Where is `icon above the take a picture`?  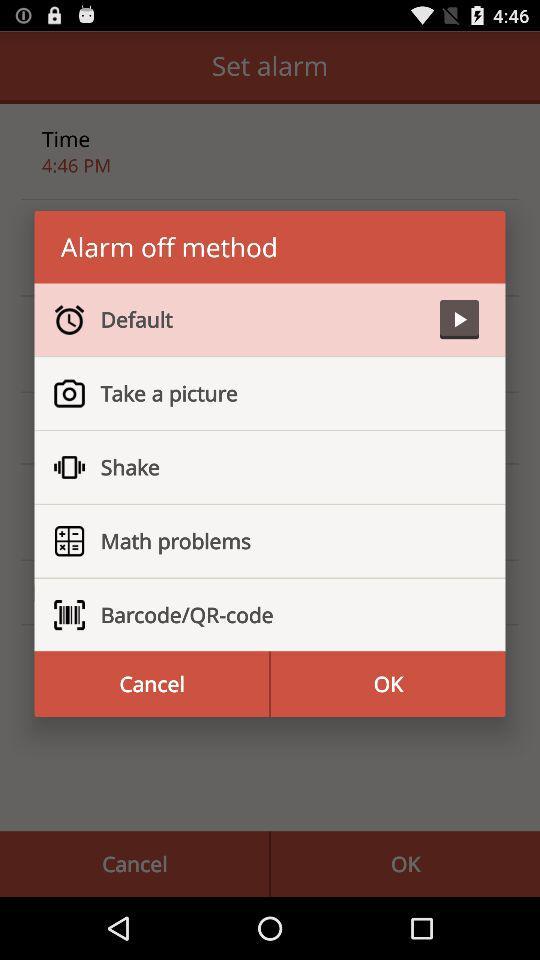 icon above the take a picture is located at coordinates (262, 319).